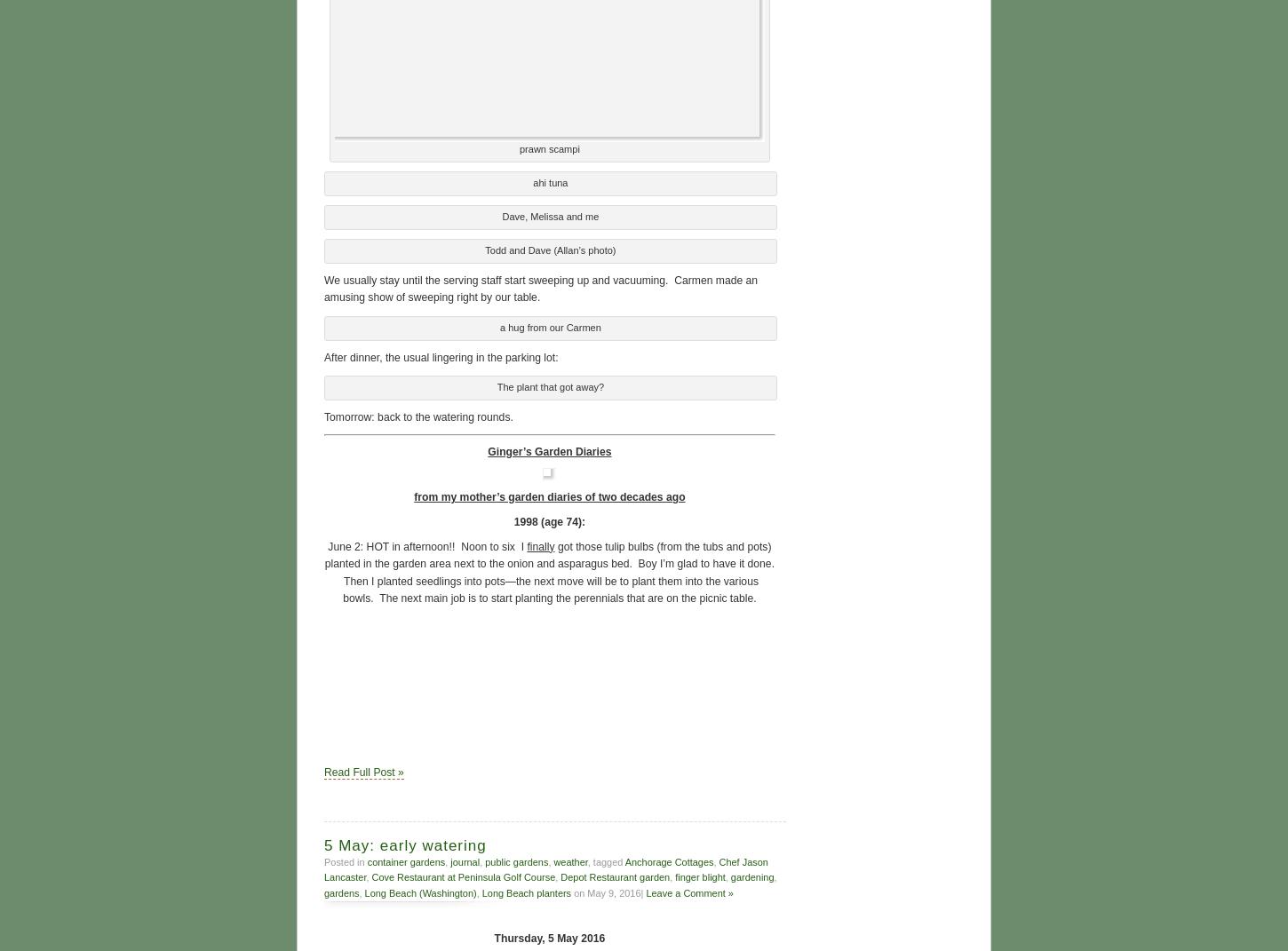 The height and width of the screenshot is (951, 1288). I want to click on 'got those tulip bulbs (from the tubs and pots) planted in the garden area next to the onion and asparagus bed.  Boy I’m glad to have it done.  Then I planted seedlings into pots—the next move will be to plant them into the various bowls.  The next main job is to start planting the perennials that are on the picnic table.', so click(548, 569).